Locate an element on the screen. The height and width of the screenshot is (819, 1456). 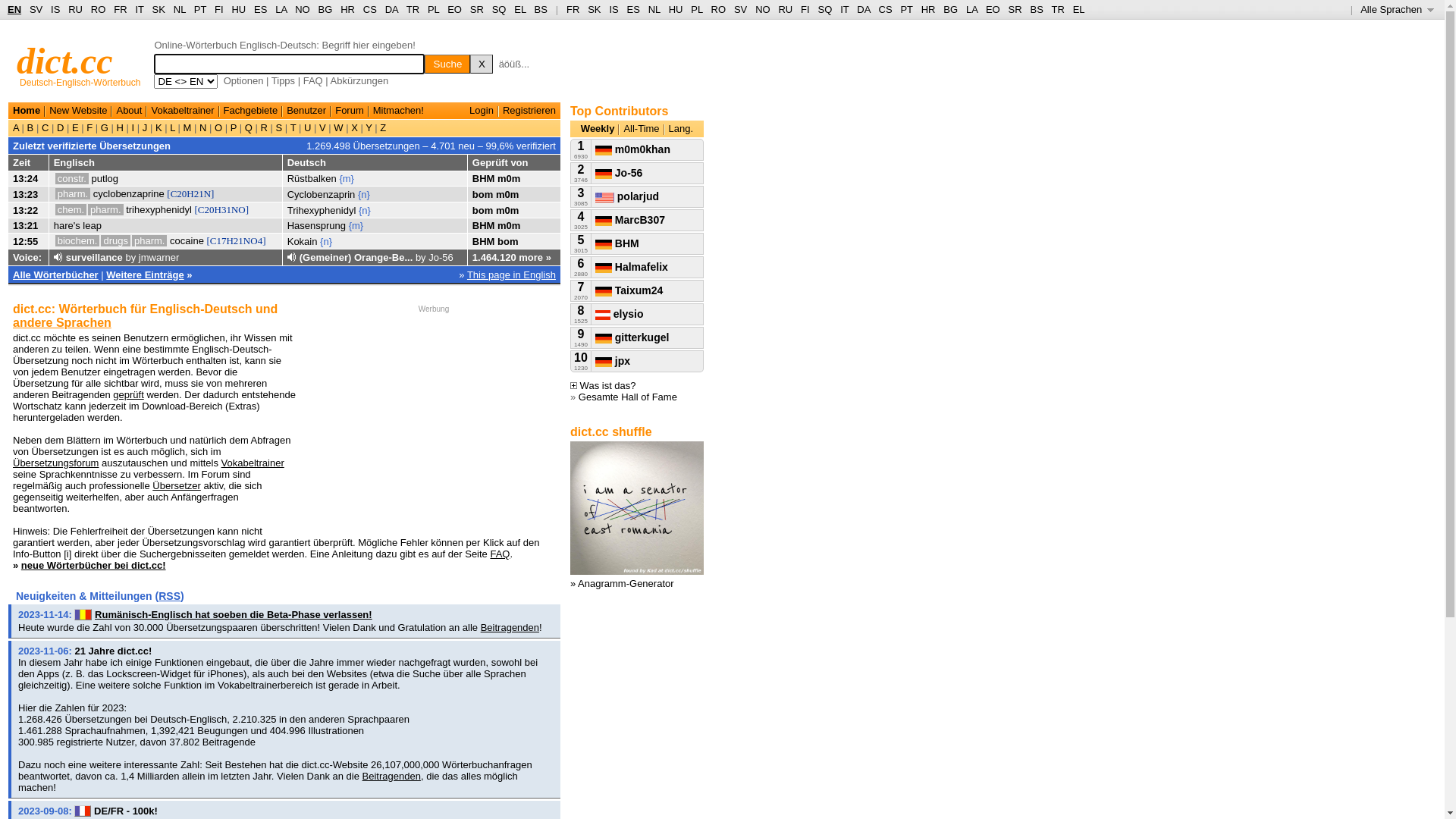
'X' is located at coordinates (480, 63).